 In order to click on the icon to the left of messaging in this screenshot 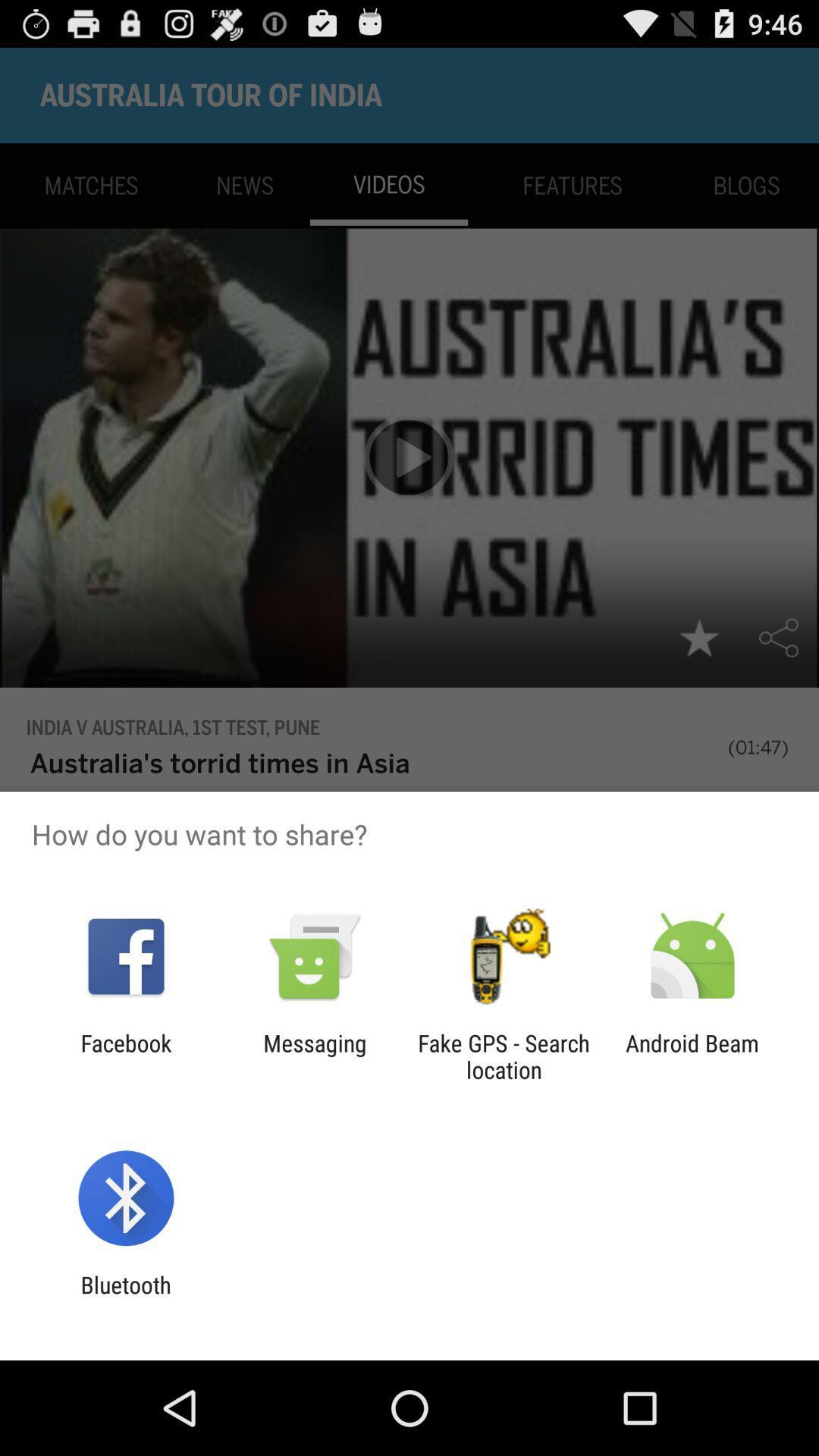, I will do `click(125, 1056)`.